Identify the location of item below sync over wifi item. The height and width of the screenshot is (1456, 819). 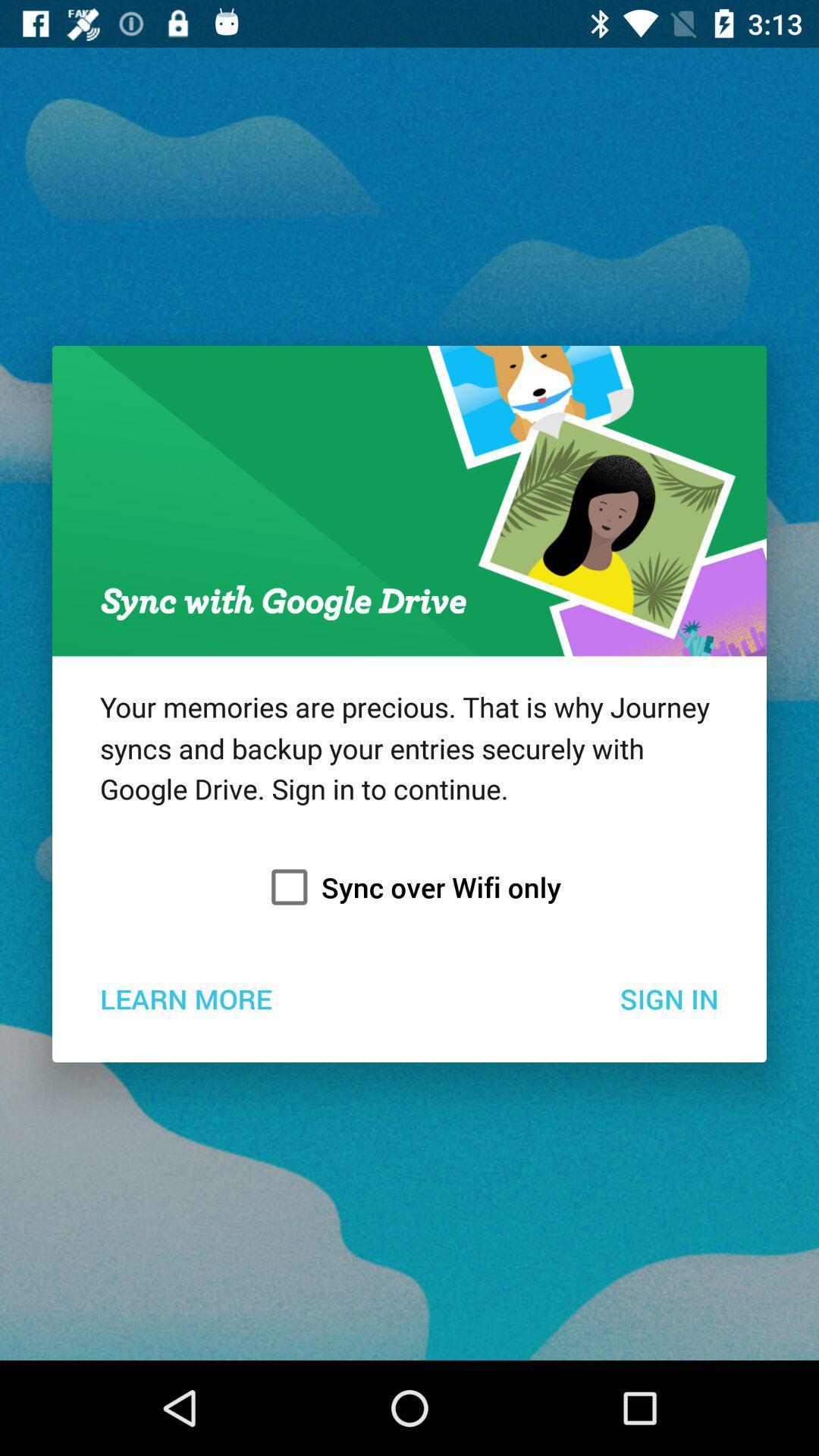
(185, 998).